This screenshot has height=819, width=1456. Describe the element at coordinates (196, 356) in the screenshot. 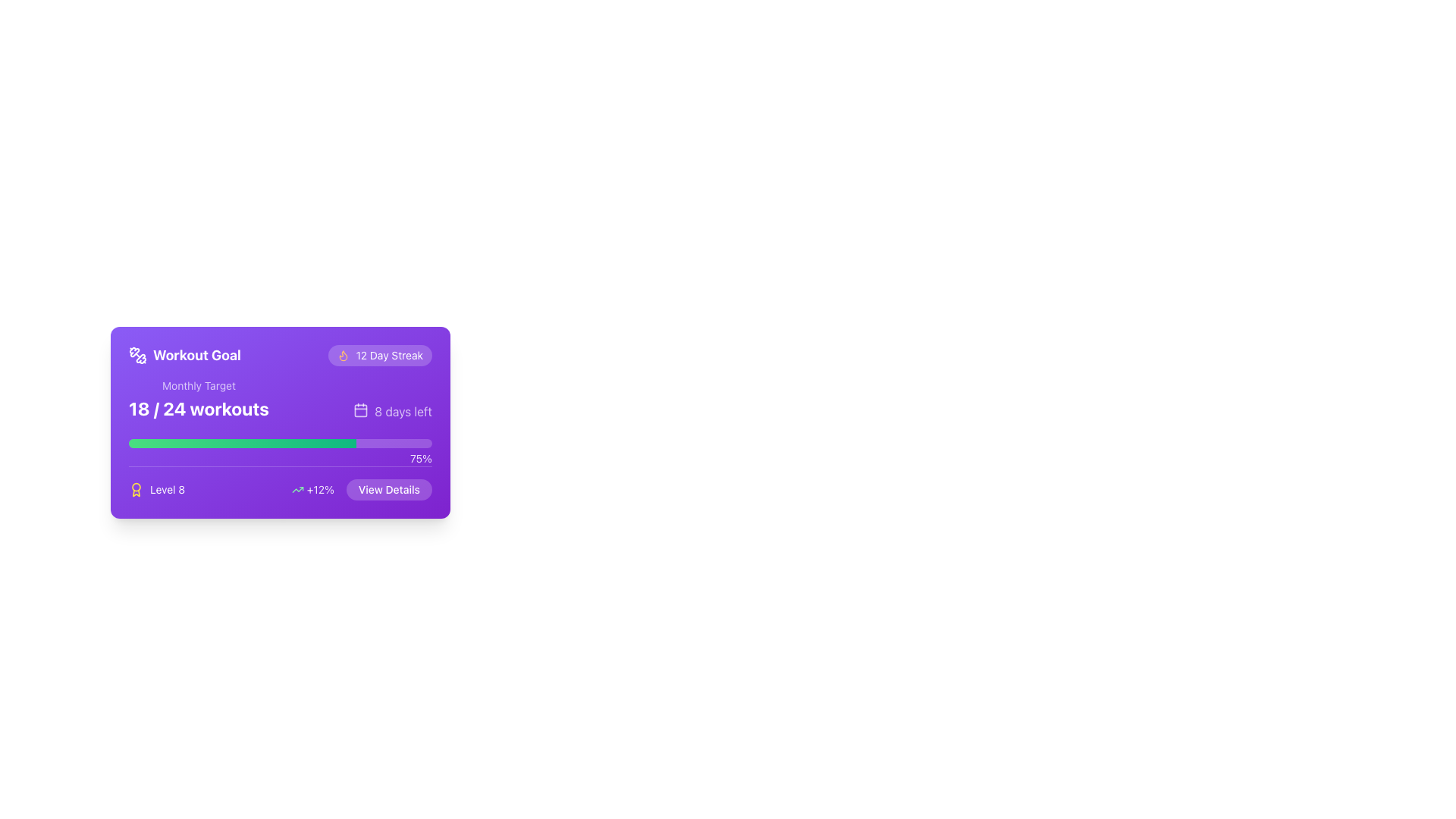

I see `the title text label of the card, which is positioned at the top-left region next to a dumbbell icon and above the text 'Monthly Target'` at that location.